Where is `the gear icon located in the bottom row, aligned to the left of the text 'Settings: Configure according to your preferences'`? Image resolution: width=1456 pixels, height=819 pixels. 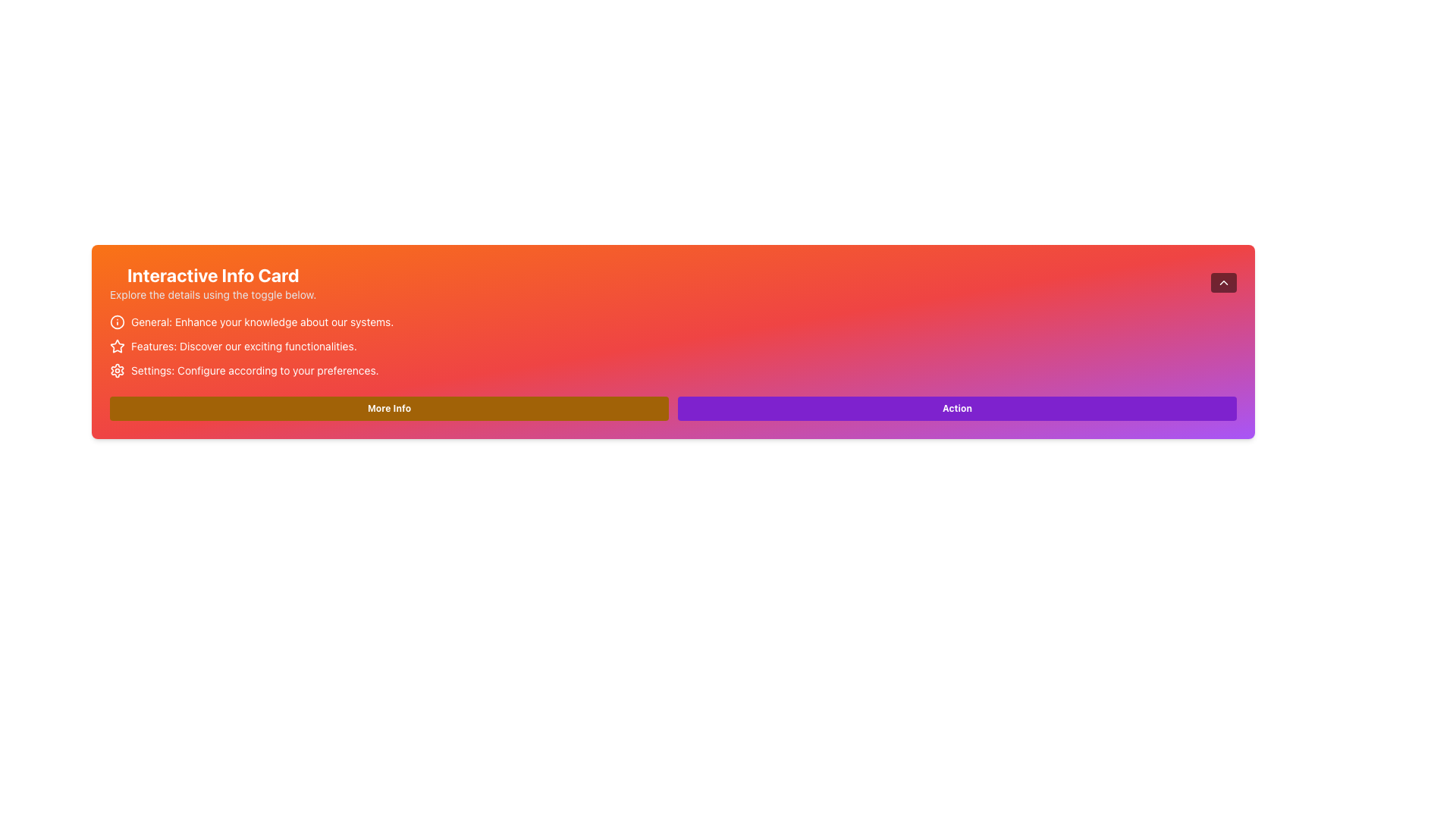 the gear icon located in the bottom row, aligned to the left of the text 'Settings: Configure according to your preferences' is located at coordinates (116, 371).